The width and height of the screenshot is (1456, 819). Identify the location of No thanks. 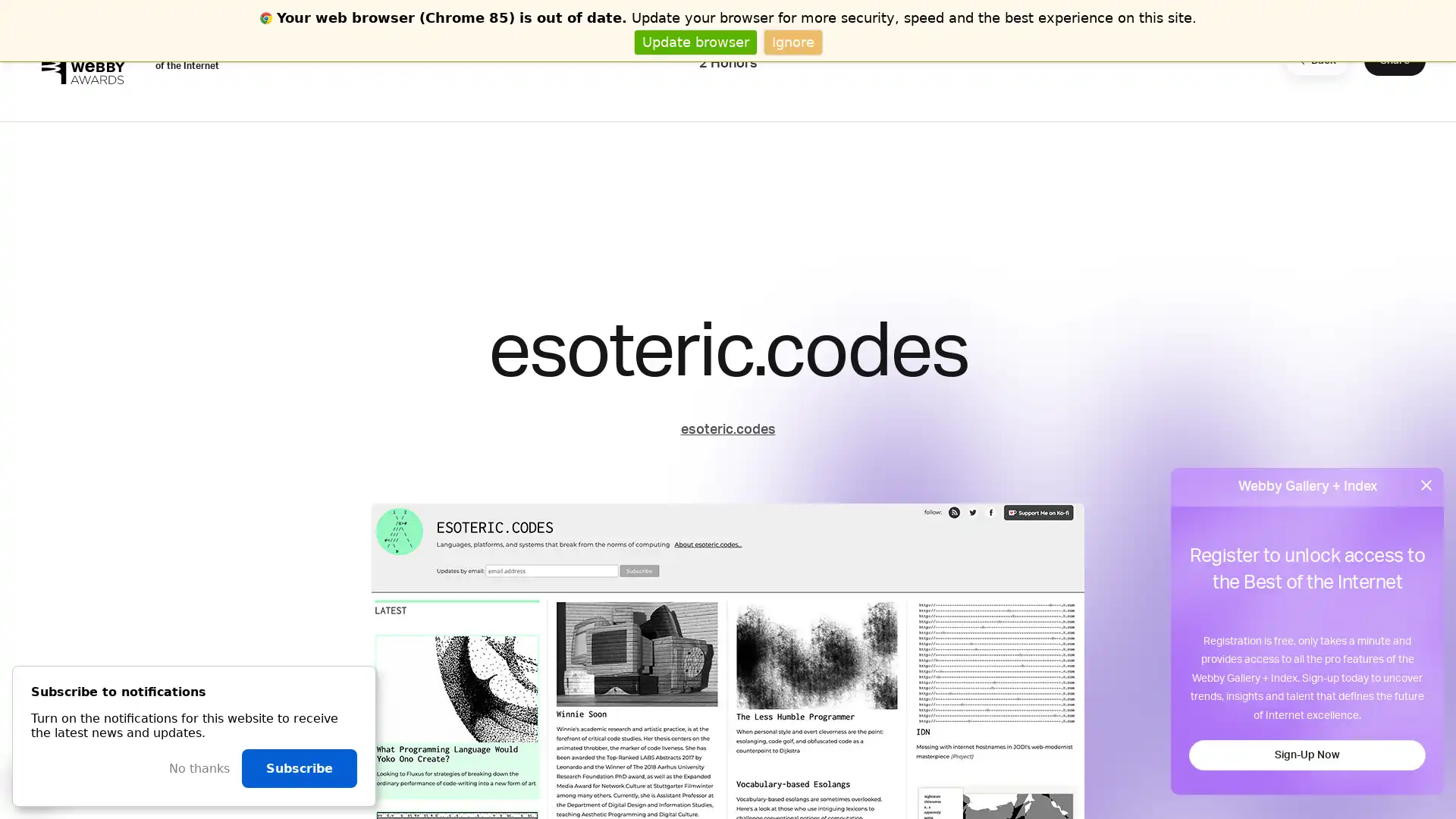
(199, 768).